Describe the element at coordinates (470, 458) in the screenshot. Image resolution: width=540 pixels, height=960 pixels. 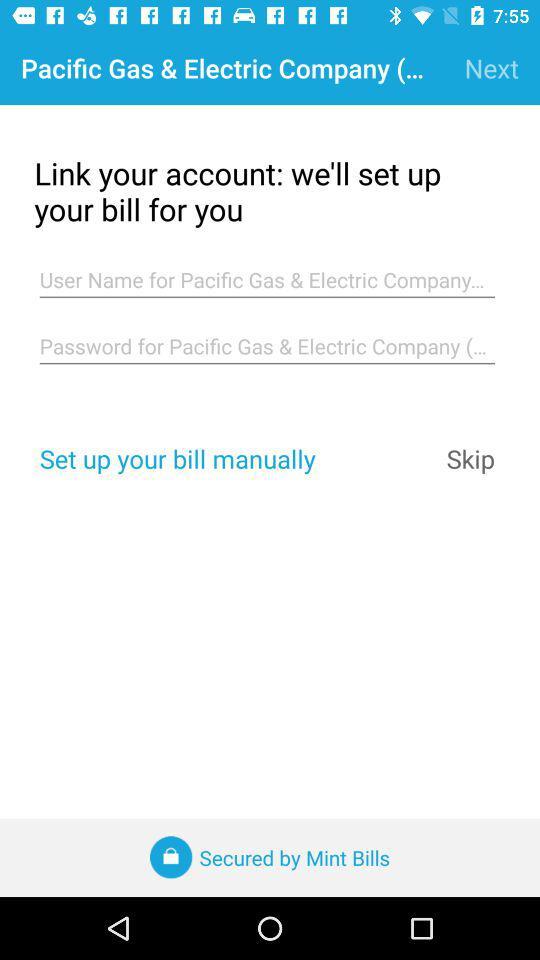
I see `item to the right of set up your icon` at that location.